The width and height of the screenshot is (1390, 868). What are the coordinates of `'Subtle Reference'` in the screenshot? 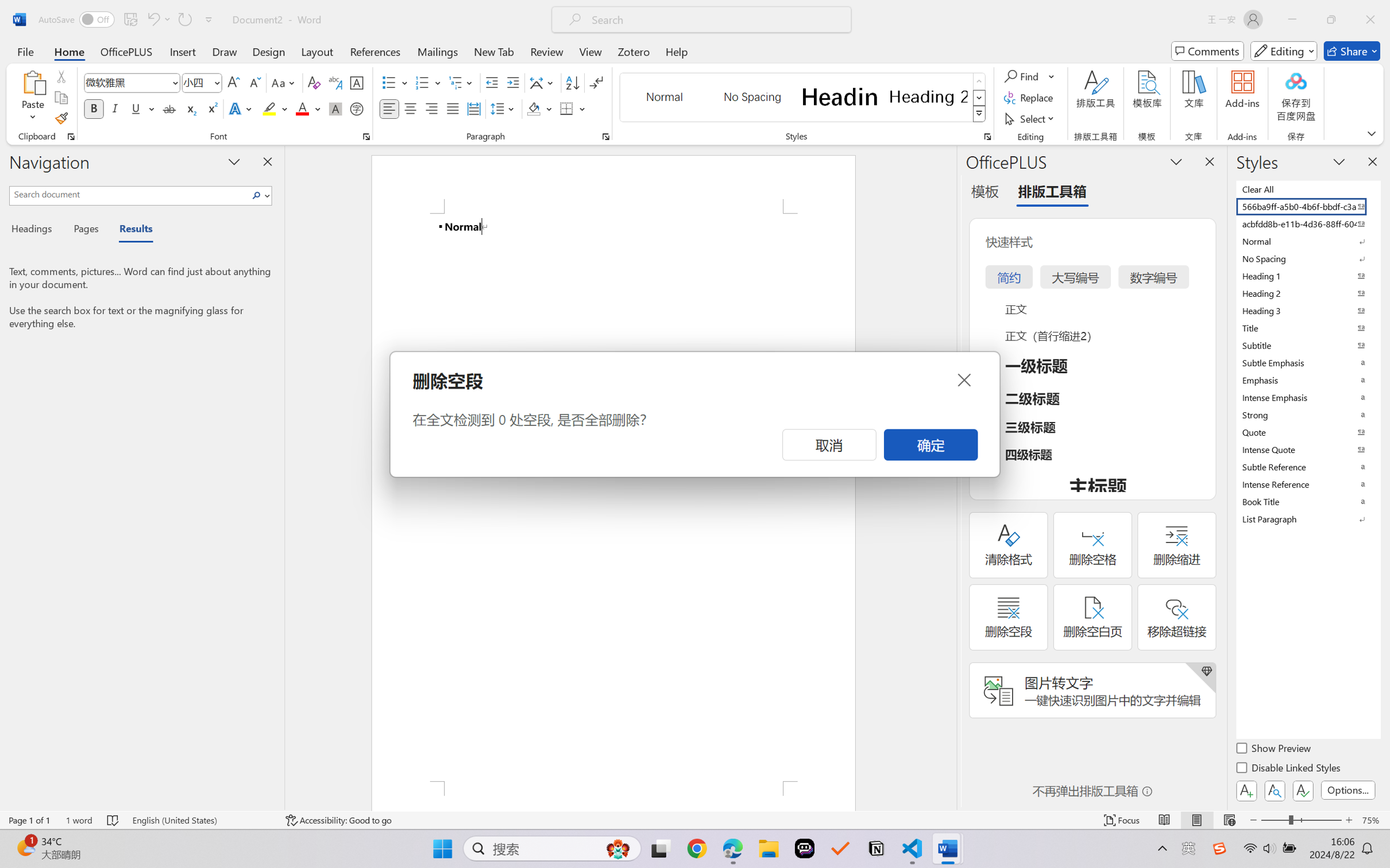 It's located at (1307, 467).